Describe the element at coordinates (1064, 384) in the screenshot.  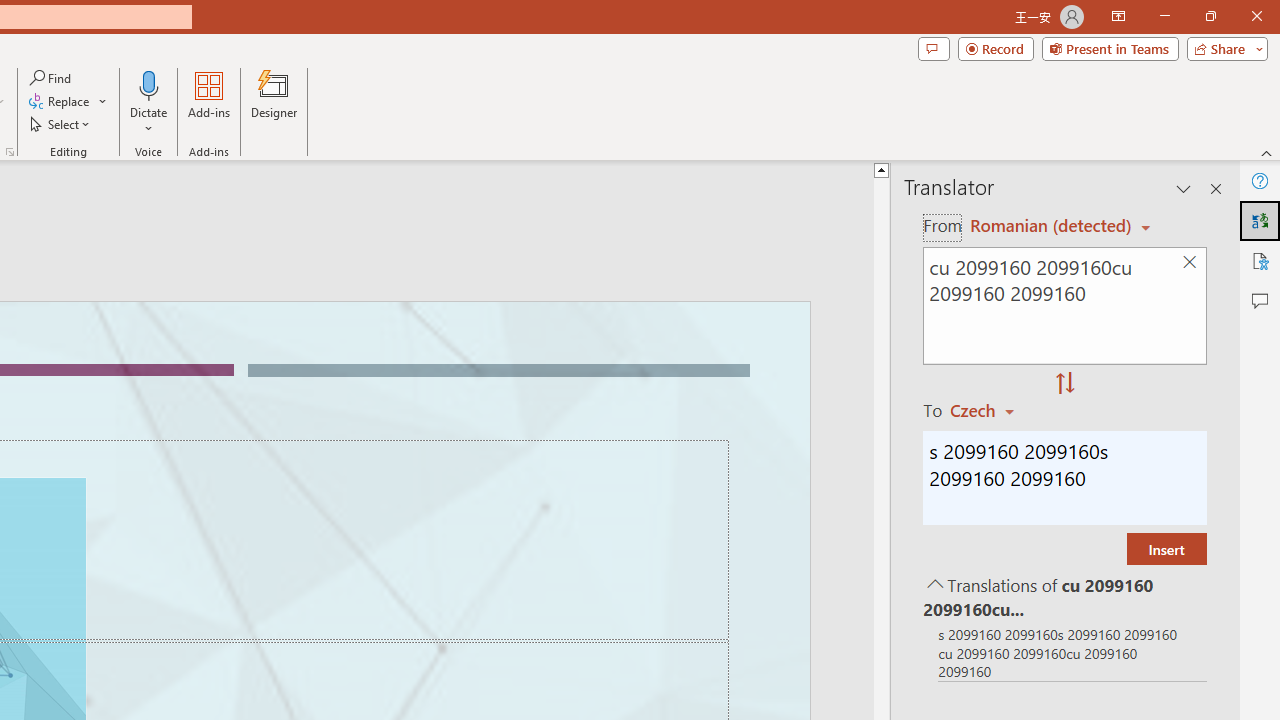
I see `'Swap "from" and "to" languages.'` at that location.